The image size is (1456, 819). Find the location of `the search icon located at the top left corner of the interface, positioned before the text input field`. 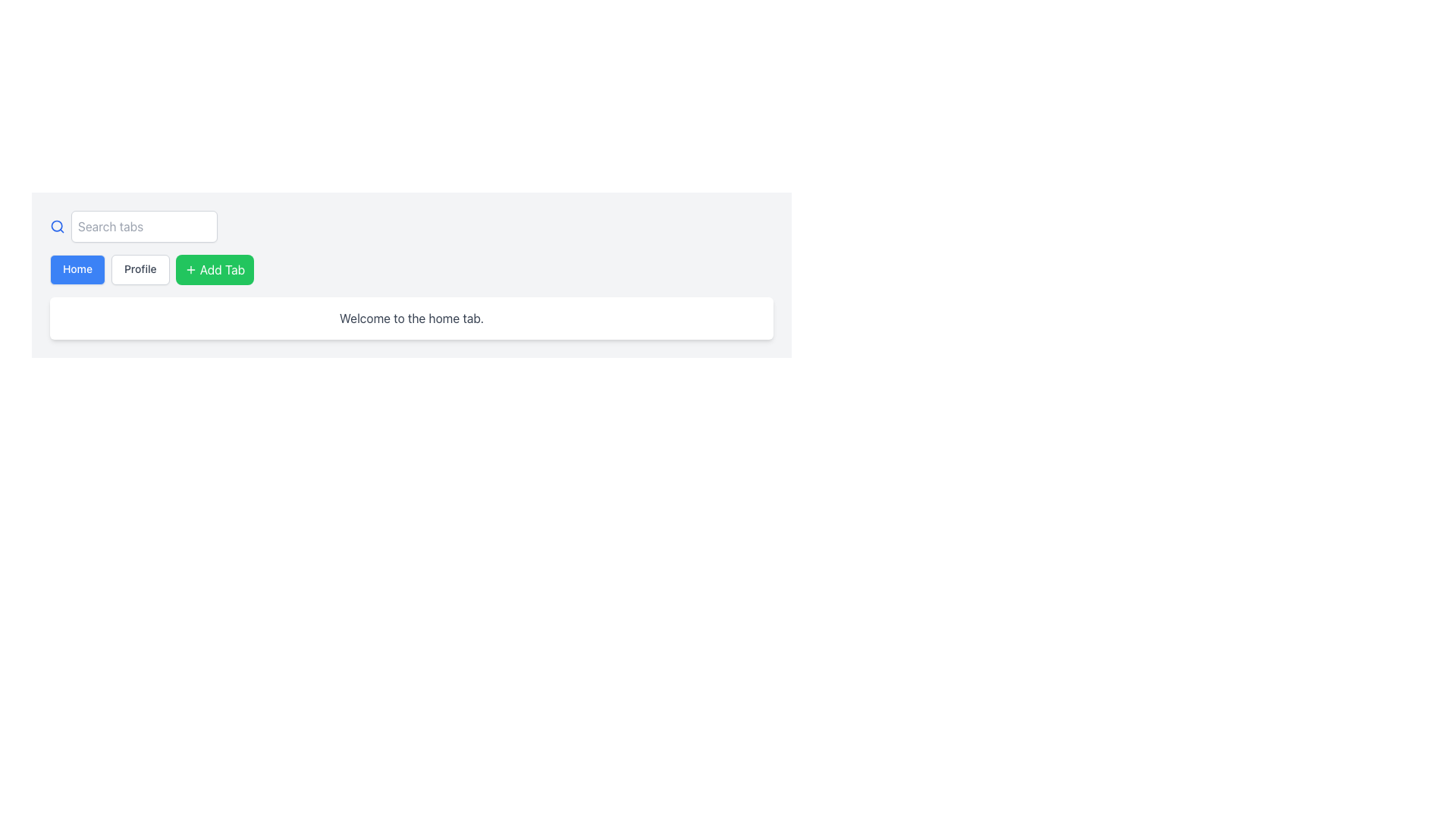

the search icon located at the top left corner of the interface, positioned before the text input field is located at coordinates (58, 227).